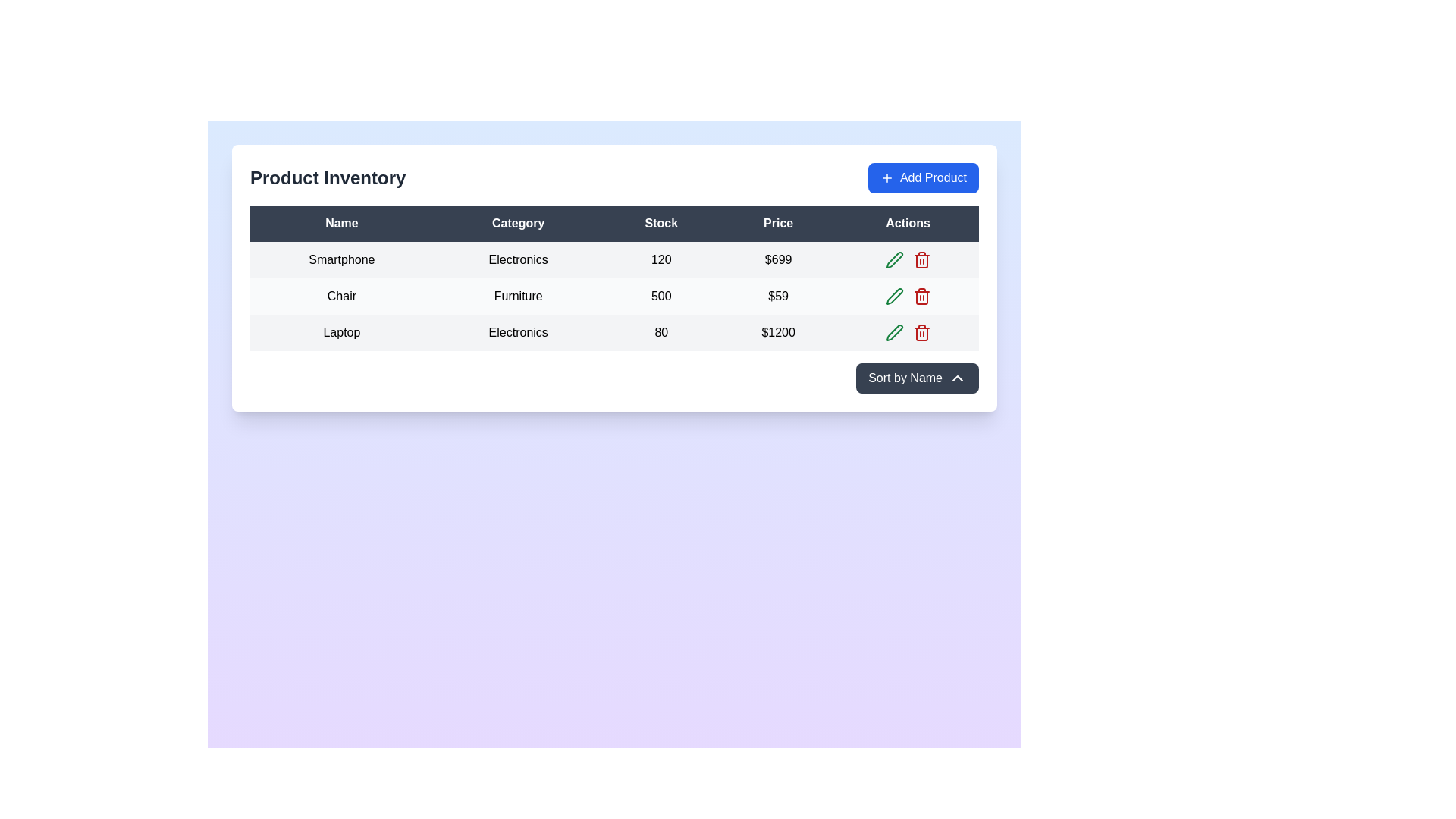  I want to click on the green pen icon in the 'Actions' column of the table, specifically in the first row for the 'Smartphone' item, so click(894, 332).